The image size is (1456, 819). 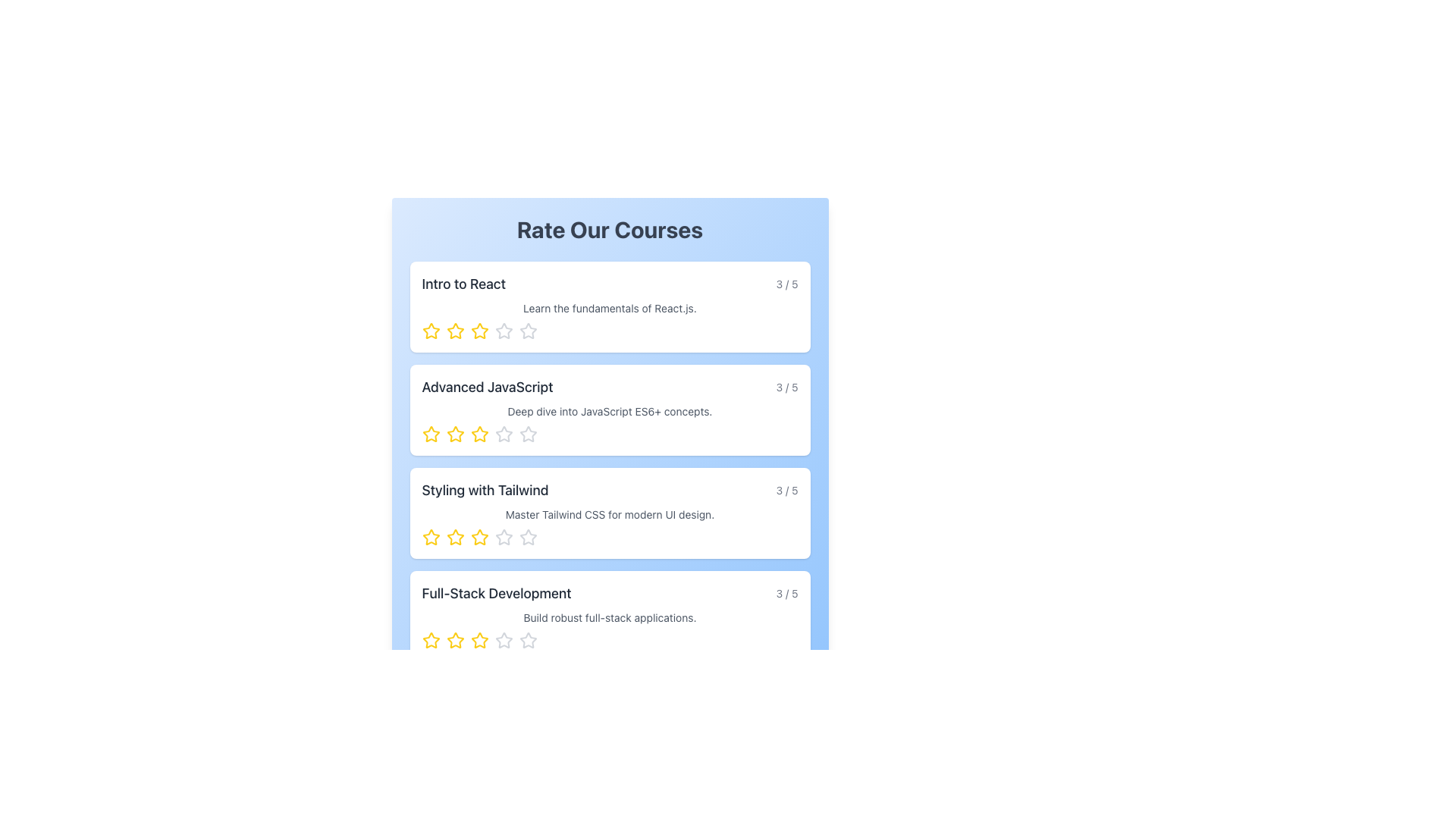 What do you see at coordinates (479, 330) in the screenshot?
I see `the third star icon for the 'Intro to React' course` at bounding box center [479, 330].